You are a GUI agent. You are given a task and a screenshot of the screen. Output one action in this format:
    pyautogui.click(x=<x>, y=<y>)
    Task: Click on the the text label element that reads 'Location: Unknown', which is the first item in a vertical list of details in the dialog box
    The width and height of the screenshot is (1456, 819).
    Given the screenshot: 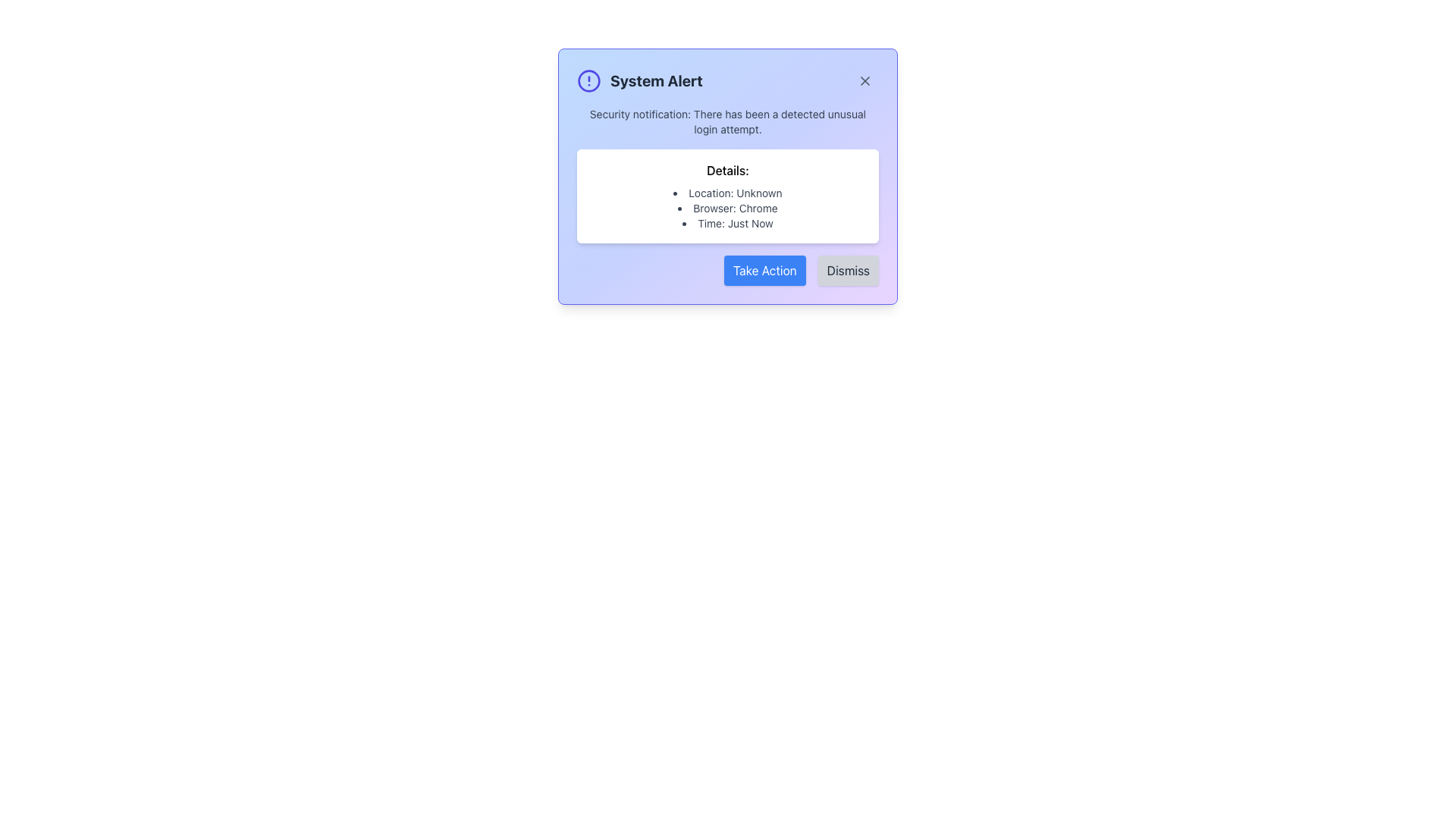 What is the action you would take?
    pyautogui.click(x=728, y=192)
    